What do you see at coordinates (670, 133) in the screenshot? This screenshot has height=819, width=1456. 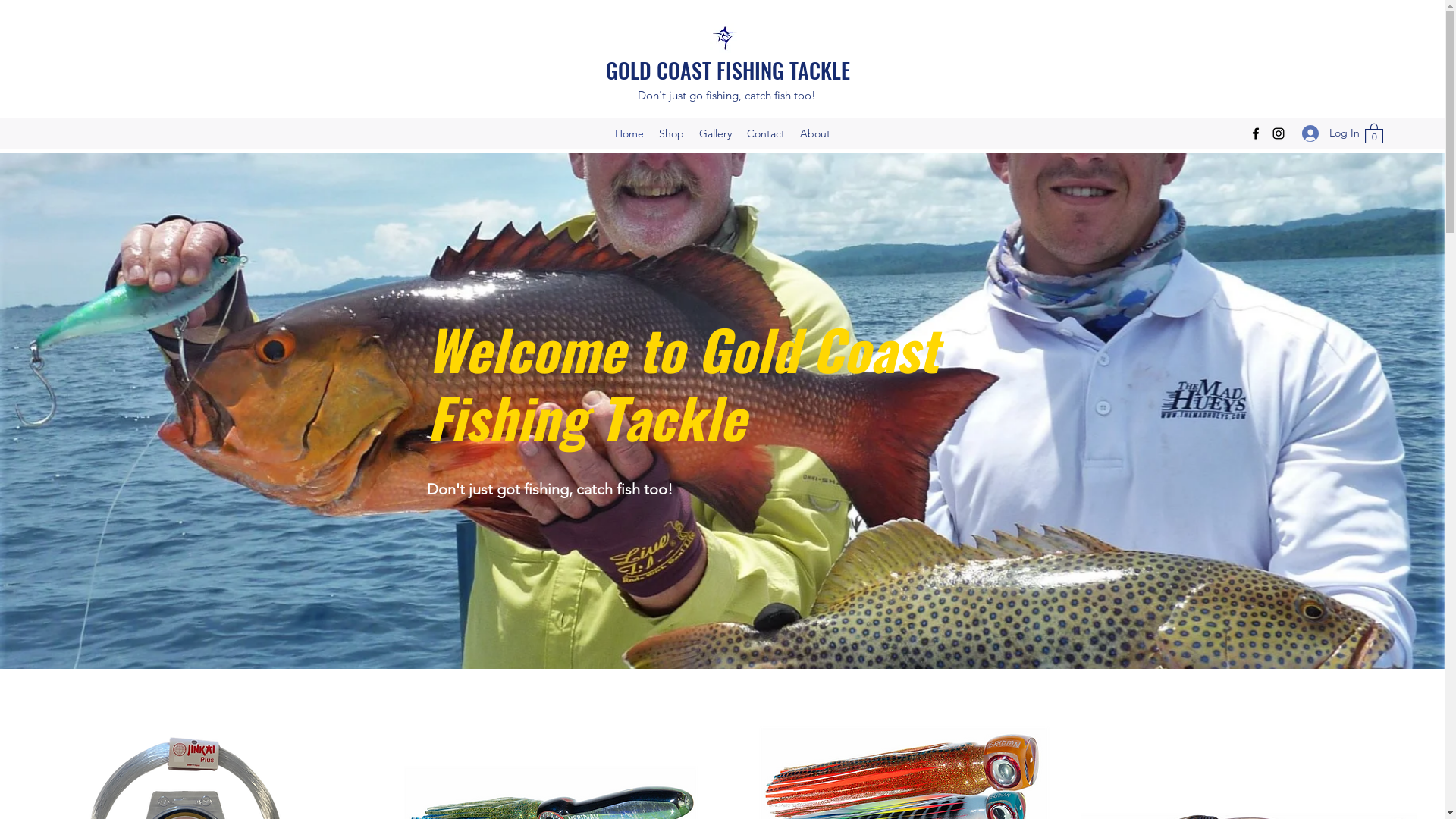 I see `'Shop'` at bounding box center [670, 133].